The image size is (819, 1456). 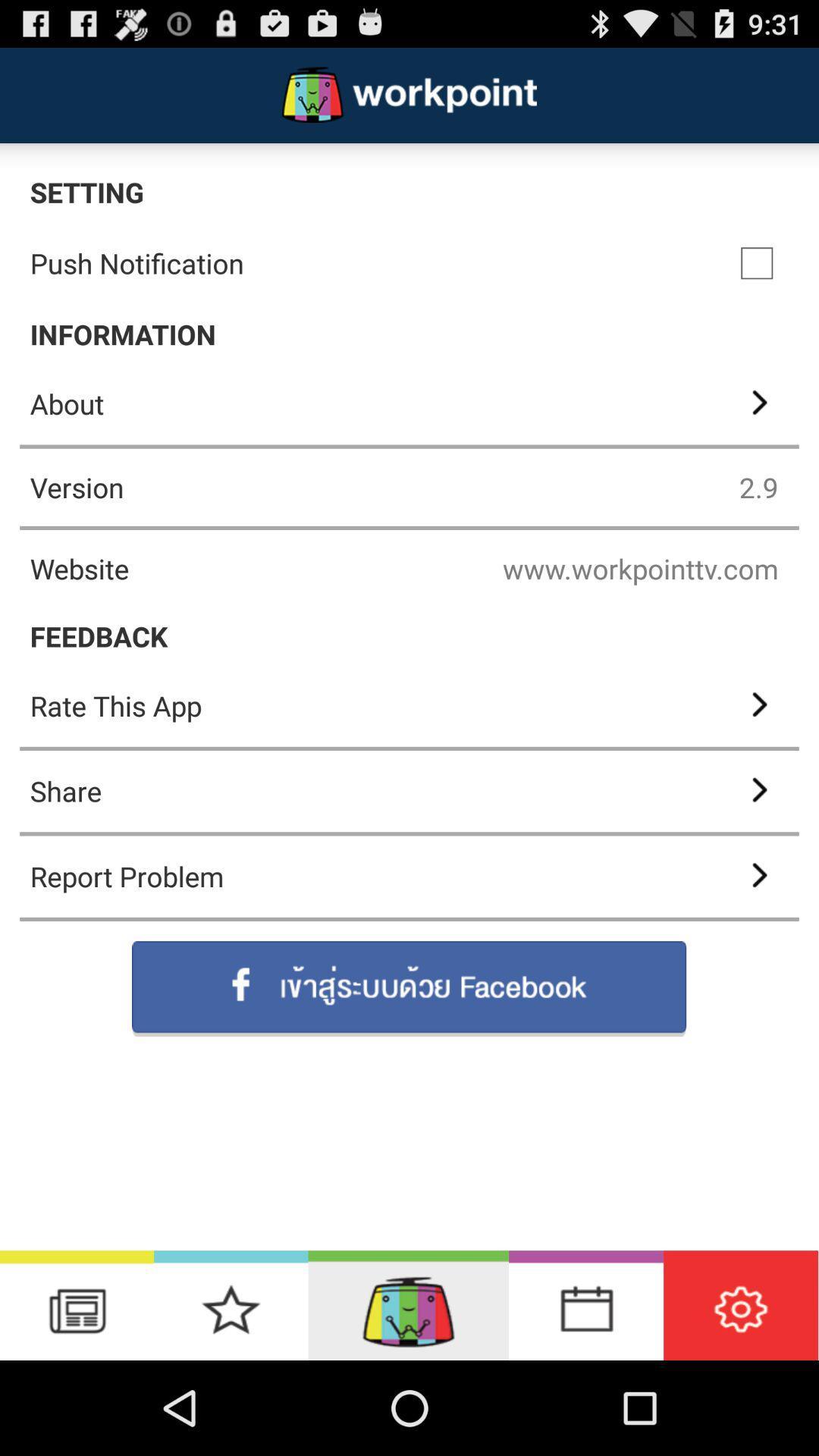 What do you see at coordinates (757, 263) in the screenshot?
I see `icon to the right of the push notification` at bounding box center [757, 263].